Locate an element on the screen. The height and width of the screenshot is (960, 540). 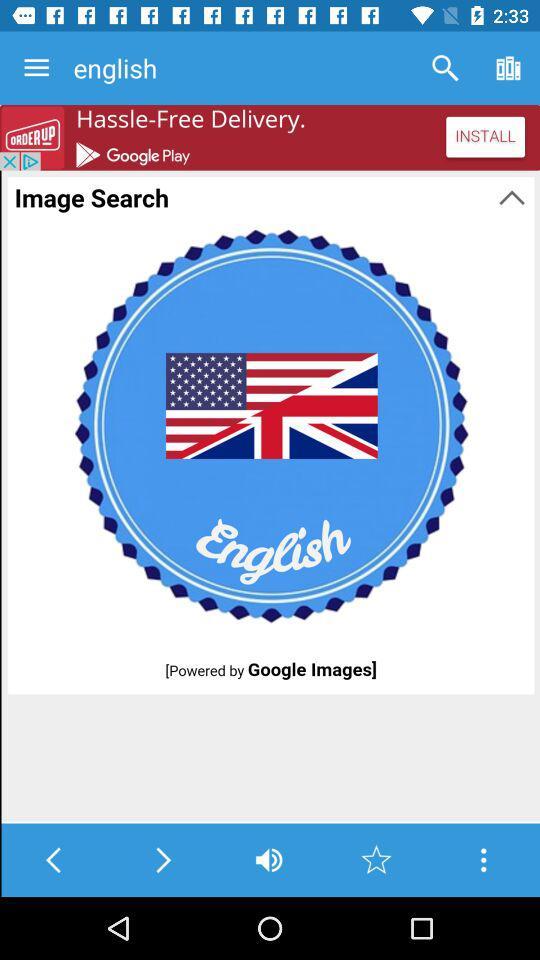
go the options is located at coordinates (482, 859).